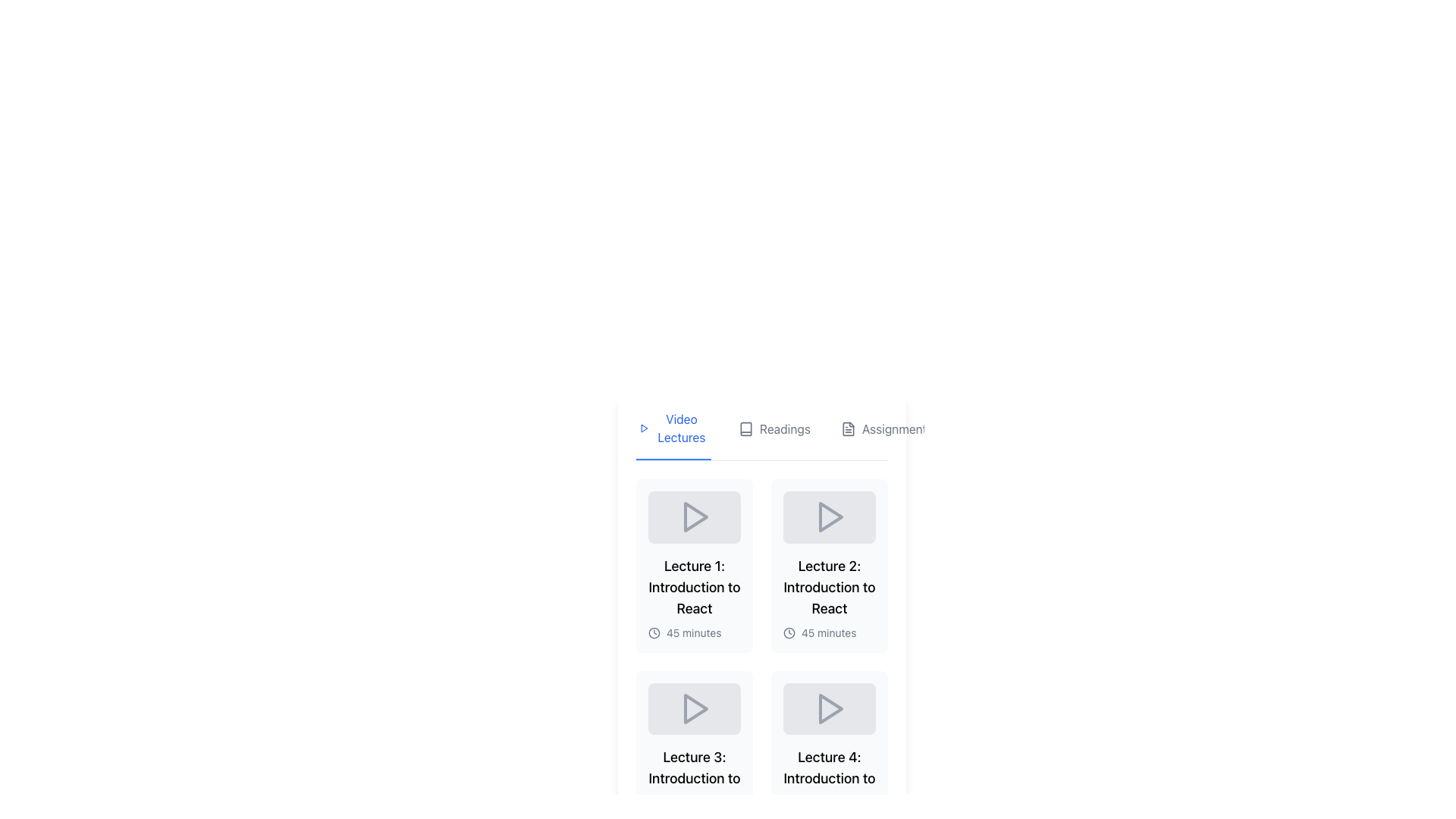  What do you see at coordinates (694, 516) in the screenshot?
I see `the triangular play icon button in the top-left card of the 'Video Lectures' grid layout` at bounding box center [694, 516].